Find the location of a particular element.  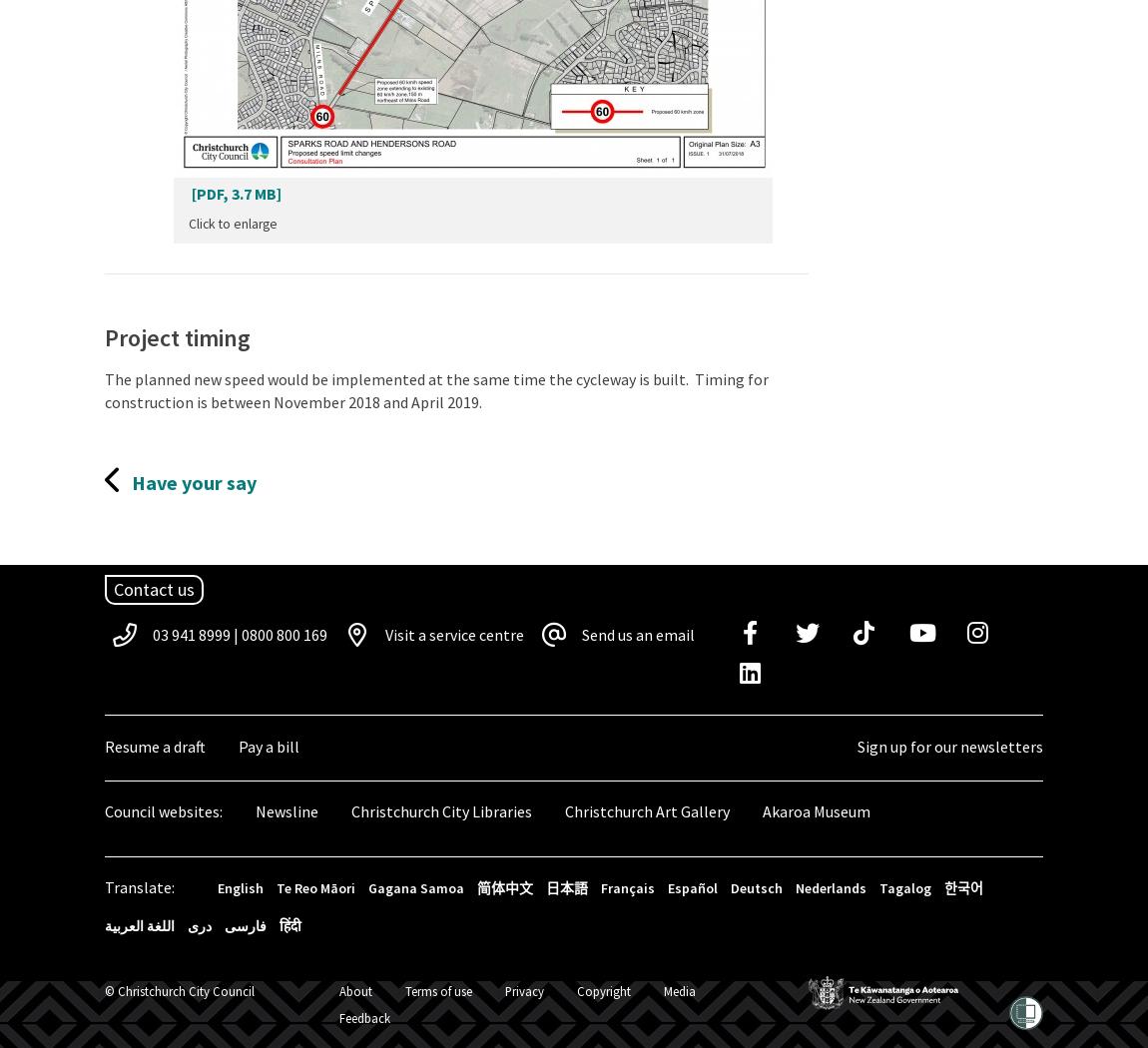

'Gagana Samoa' is located at coordinates (415, 886).